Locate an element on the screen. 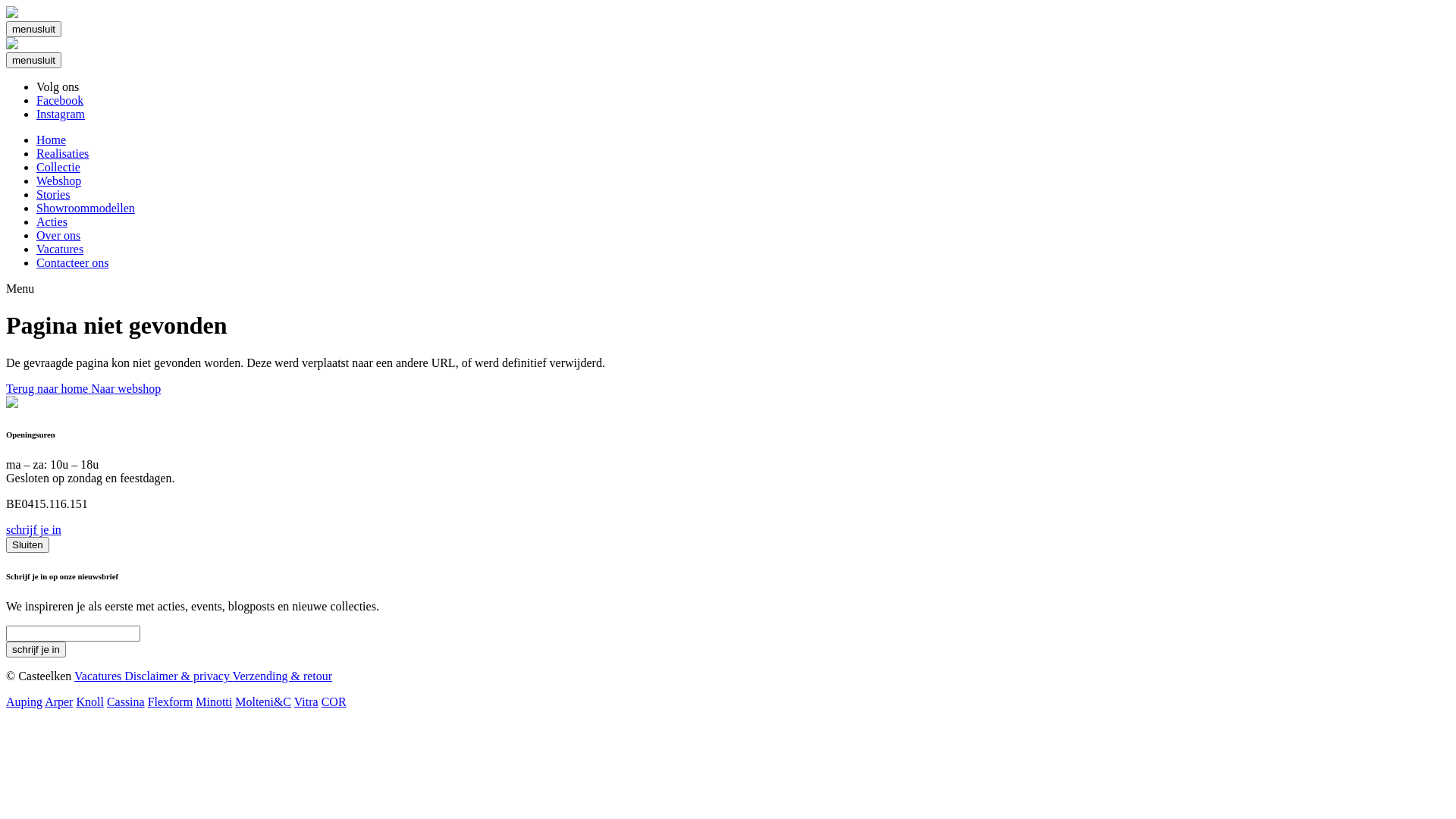  'Realisaties' is located at coordinates (61, 153).